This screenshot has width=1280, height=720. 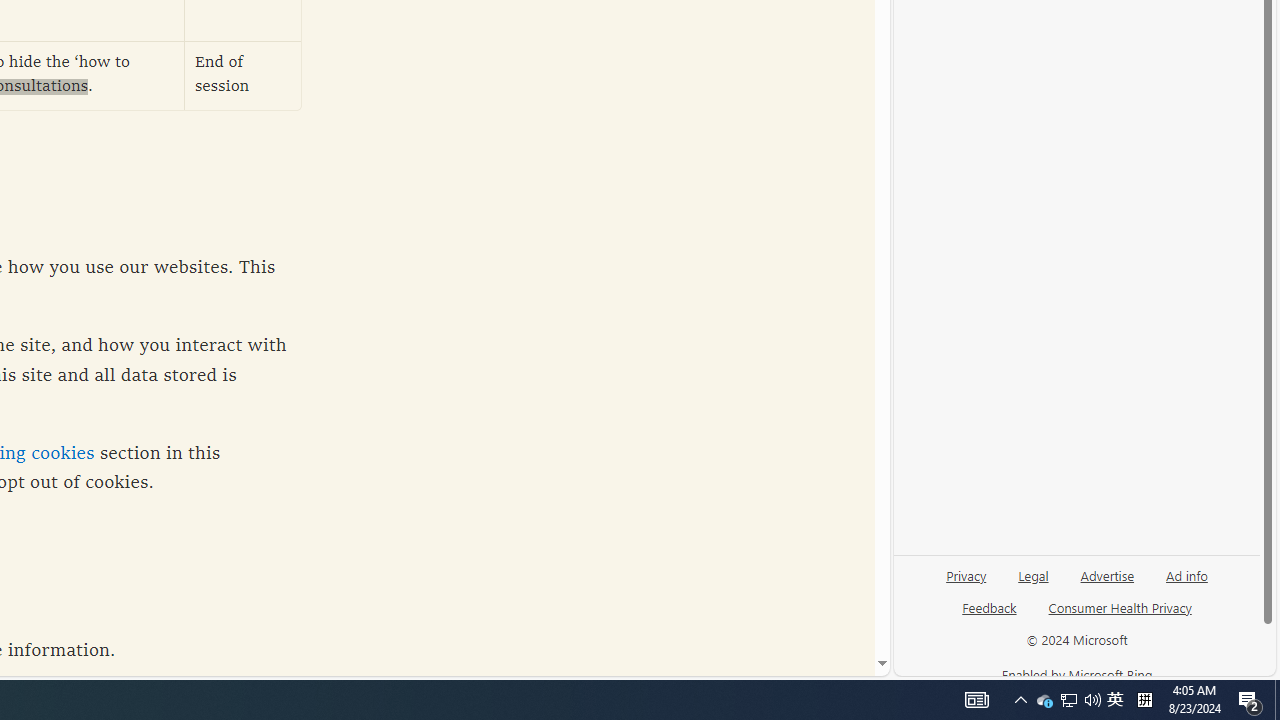 What do you see at coordinates (1187, 574) in the screenshot?
I see `'Ad info'` at bounding box center [1187, 574].